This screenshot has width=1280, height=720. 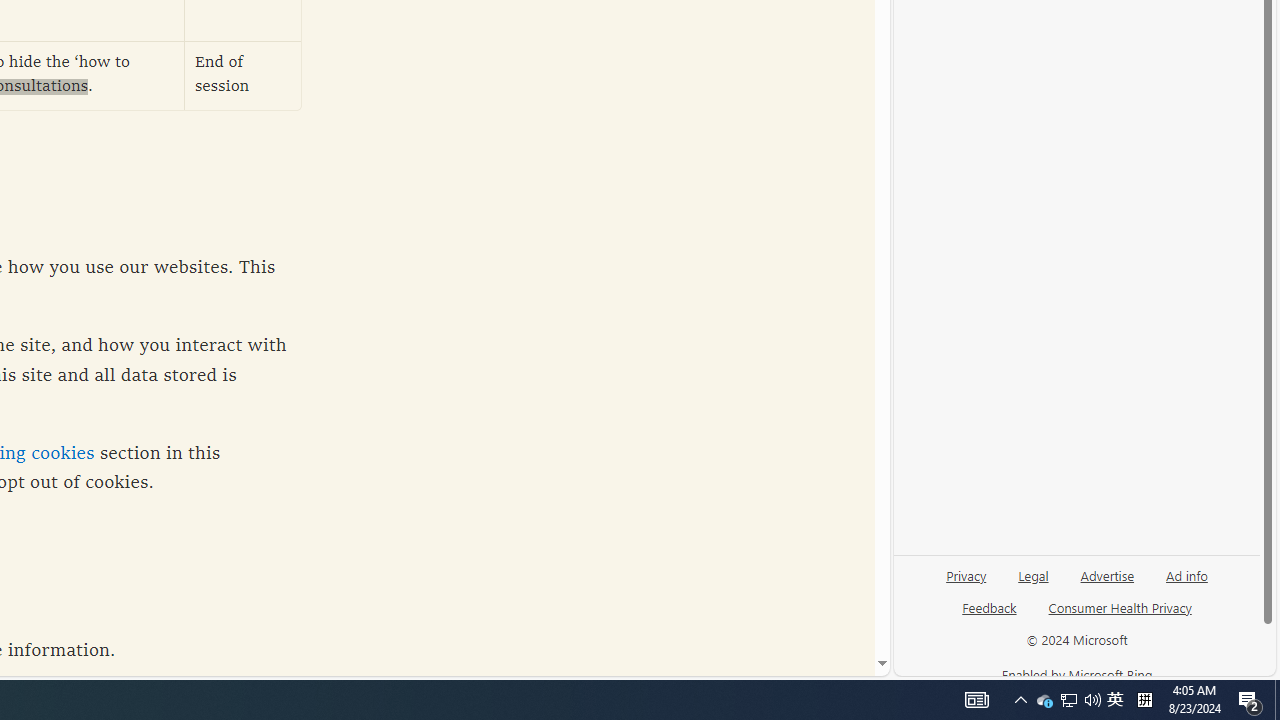 What do you see at coordinates (1187, 574) in the screenshot?
I see `'Ad info'` at bounding box center [1187, 574].